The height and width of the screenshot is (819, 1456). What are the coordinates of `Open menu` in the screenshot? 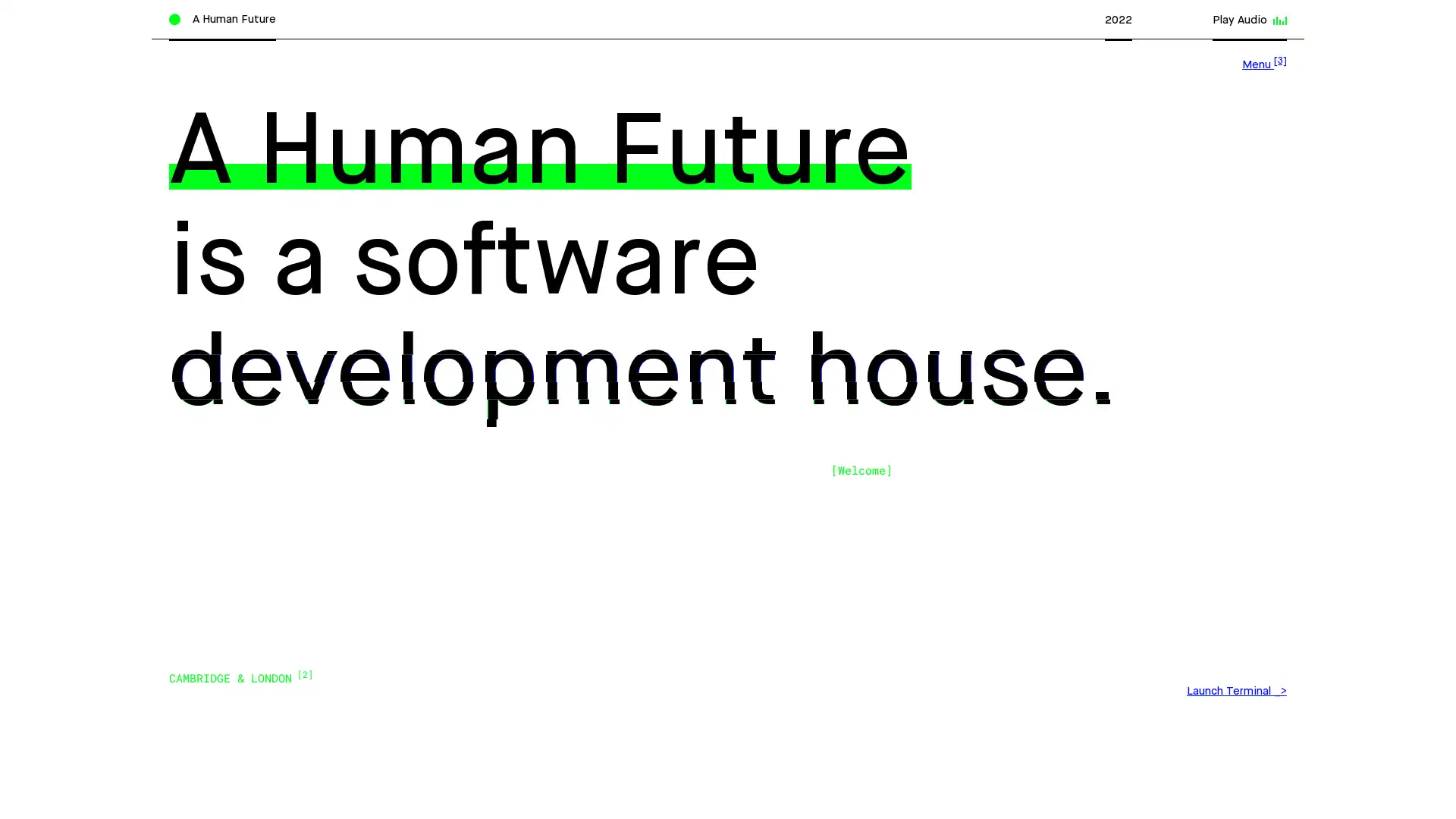 It's located at (1263, 62).